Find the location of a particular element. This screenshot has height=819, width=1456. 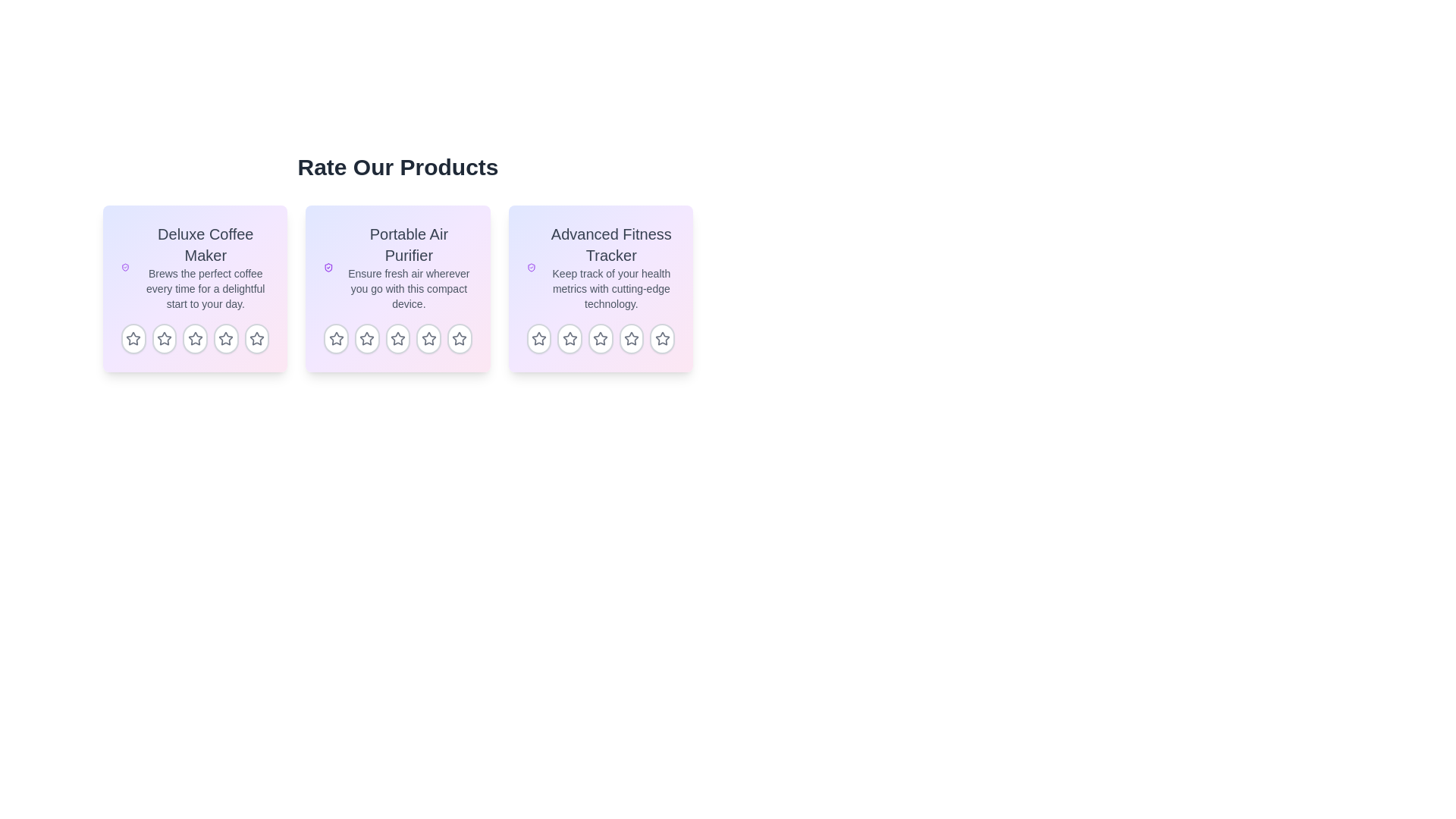

the fourth star icon in the row of five stars below the 'Rate Our Products' heading to rate the Portable Air Purifier product is located at coordinates (428, 337).